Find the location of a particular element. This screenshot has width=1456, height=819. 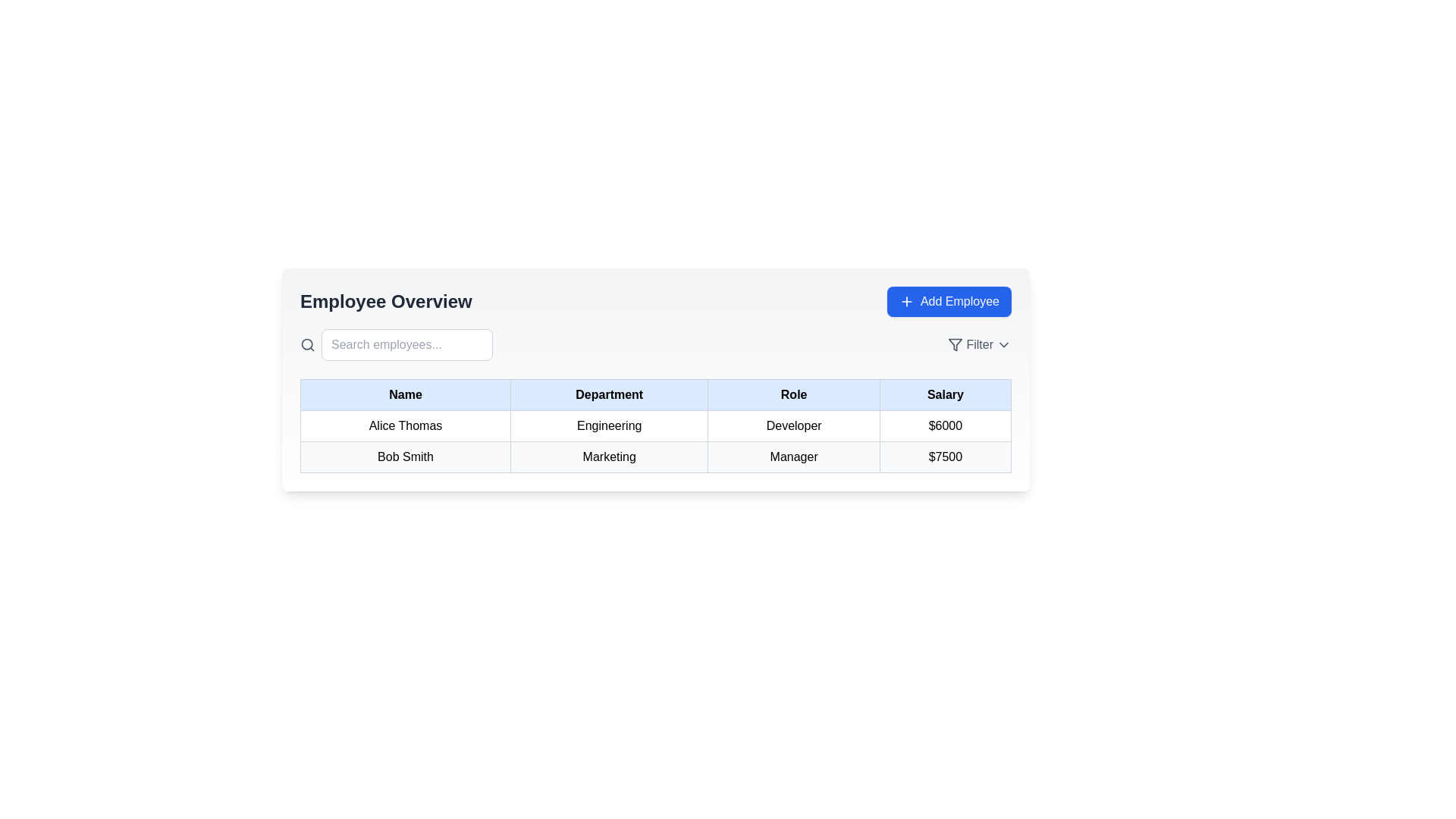

the decorative filter icon located in the top-right region of the employee overview interface, adjacent to the 'Add Employee' button is located at coordinates (955, 345).